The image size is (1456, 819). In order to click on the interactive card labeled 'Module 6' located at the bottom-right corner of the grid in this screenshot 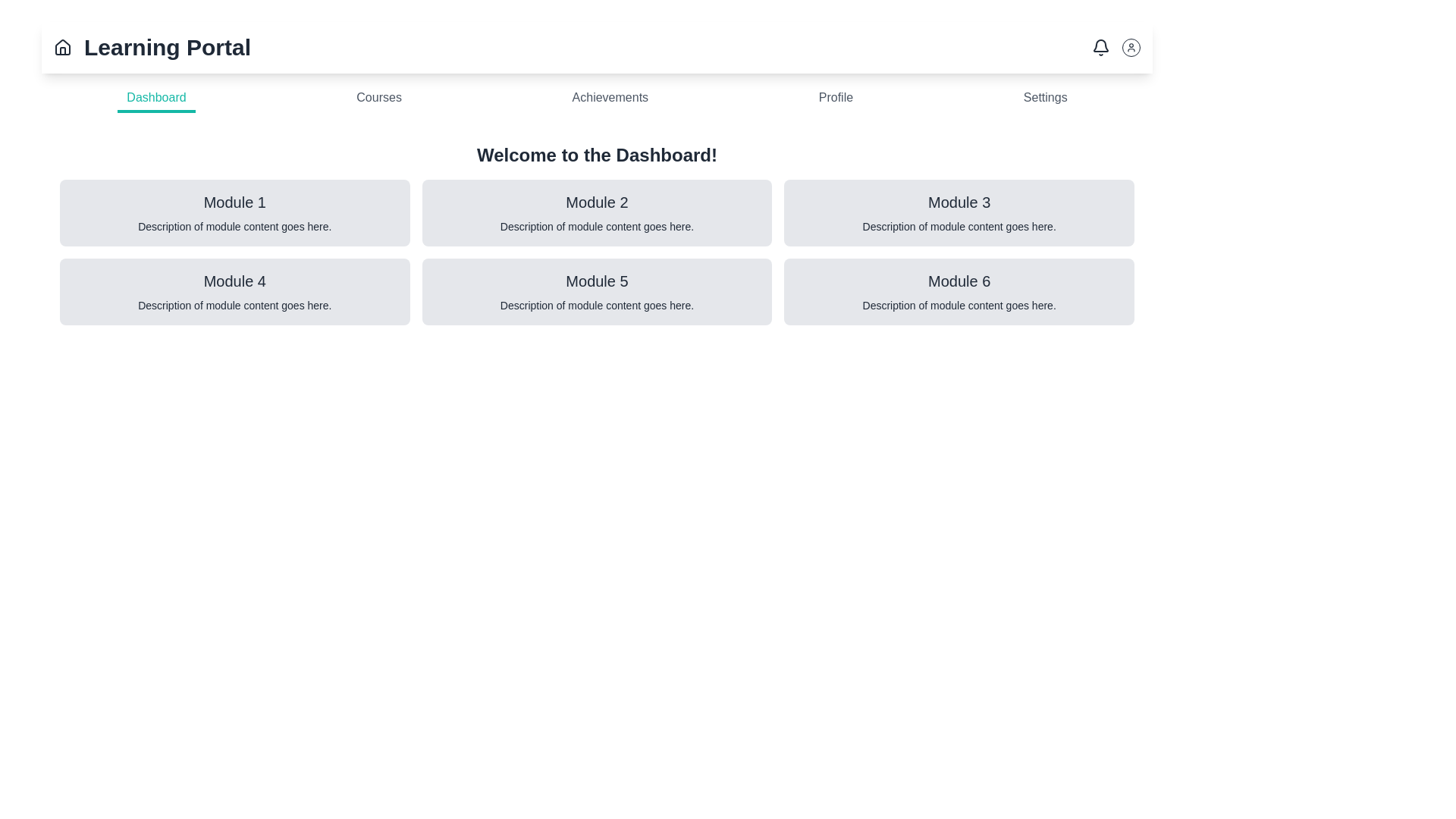, I will do `click(959, 292)`.